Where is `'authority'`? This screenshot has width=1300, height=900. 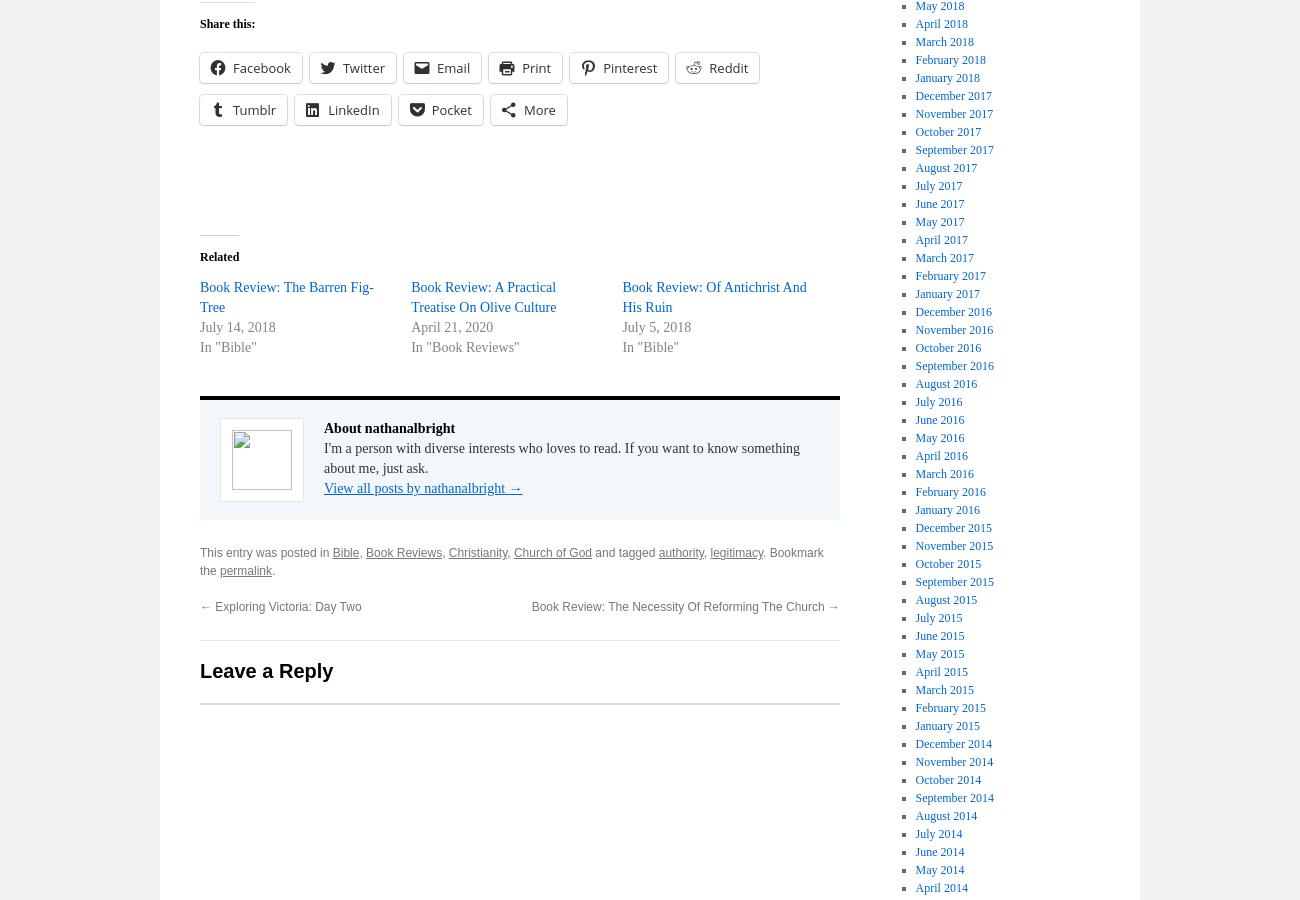 'authority' is located at coordinates (679, 551).